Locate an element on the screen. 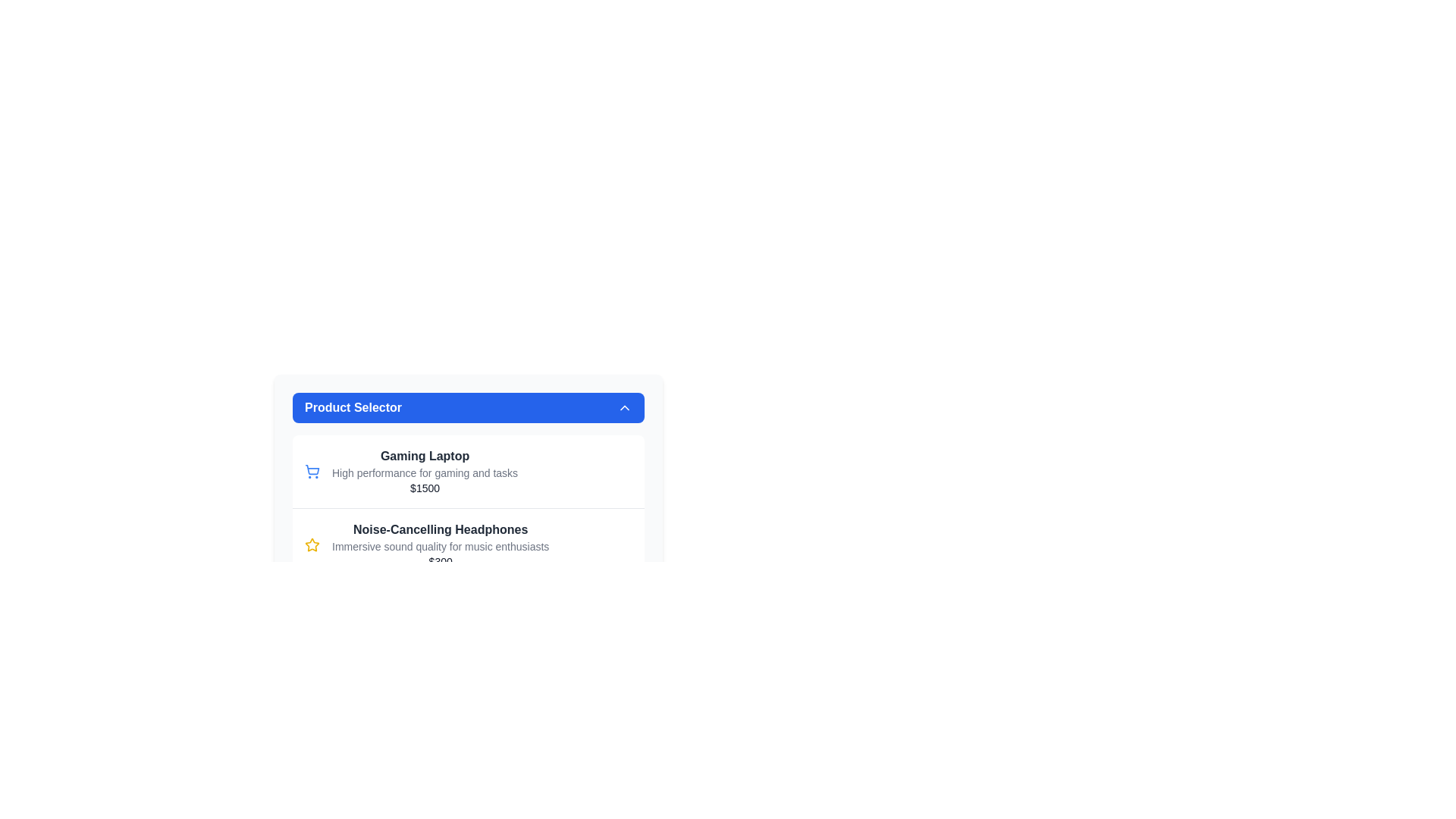 This screenshot has width=1456, height=819. the text element reading 'Immersive sound quality for music enthusiasts', which is positioned centrally beneath the headline 'Noise-Cancelling Headphones' is located at coordinates (440, 547).